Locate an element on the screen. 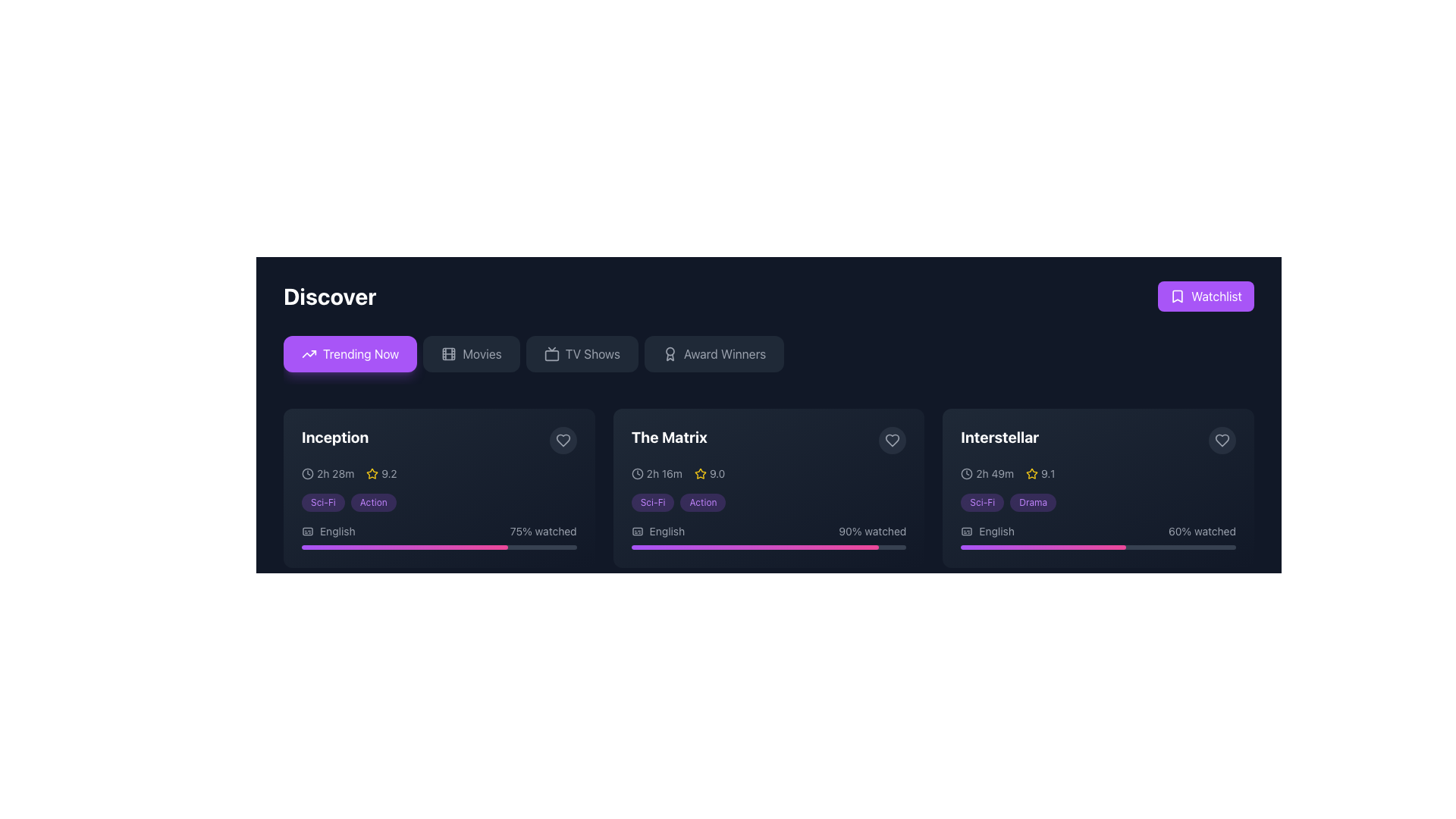 Image resolution: width=1456 pixels, height=819 pixels. the 'Movies' button, which is the second button in the horizontal list of navigation items below the 'Discover' heading, to observe the visual hover effect is located at coordinates (471, 353).